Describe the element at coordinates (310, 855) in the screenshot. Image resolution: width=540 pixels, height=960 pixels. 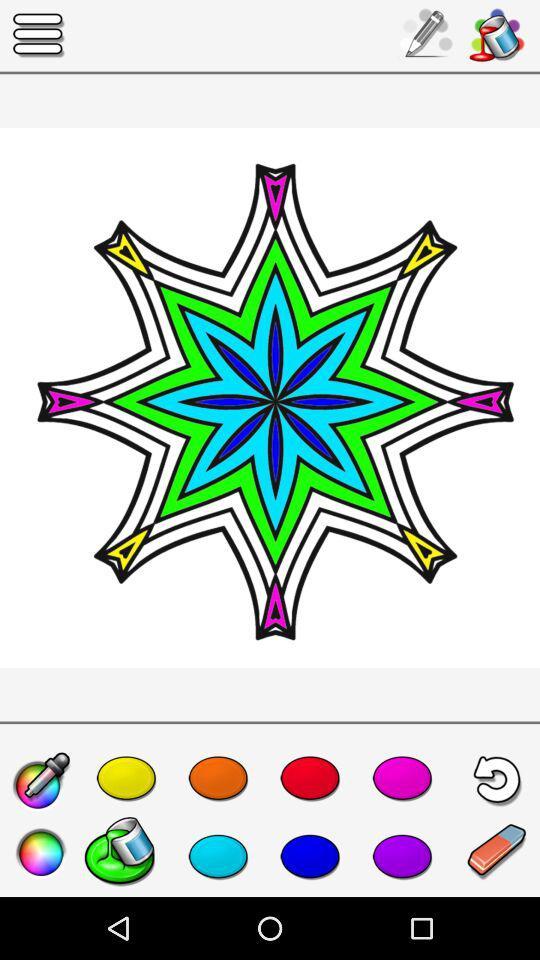
I see `the national_flag icon` at that location.